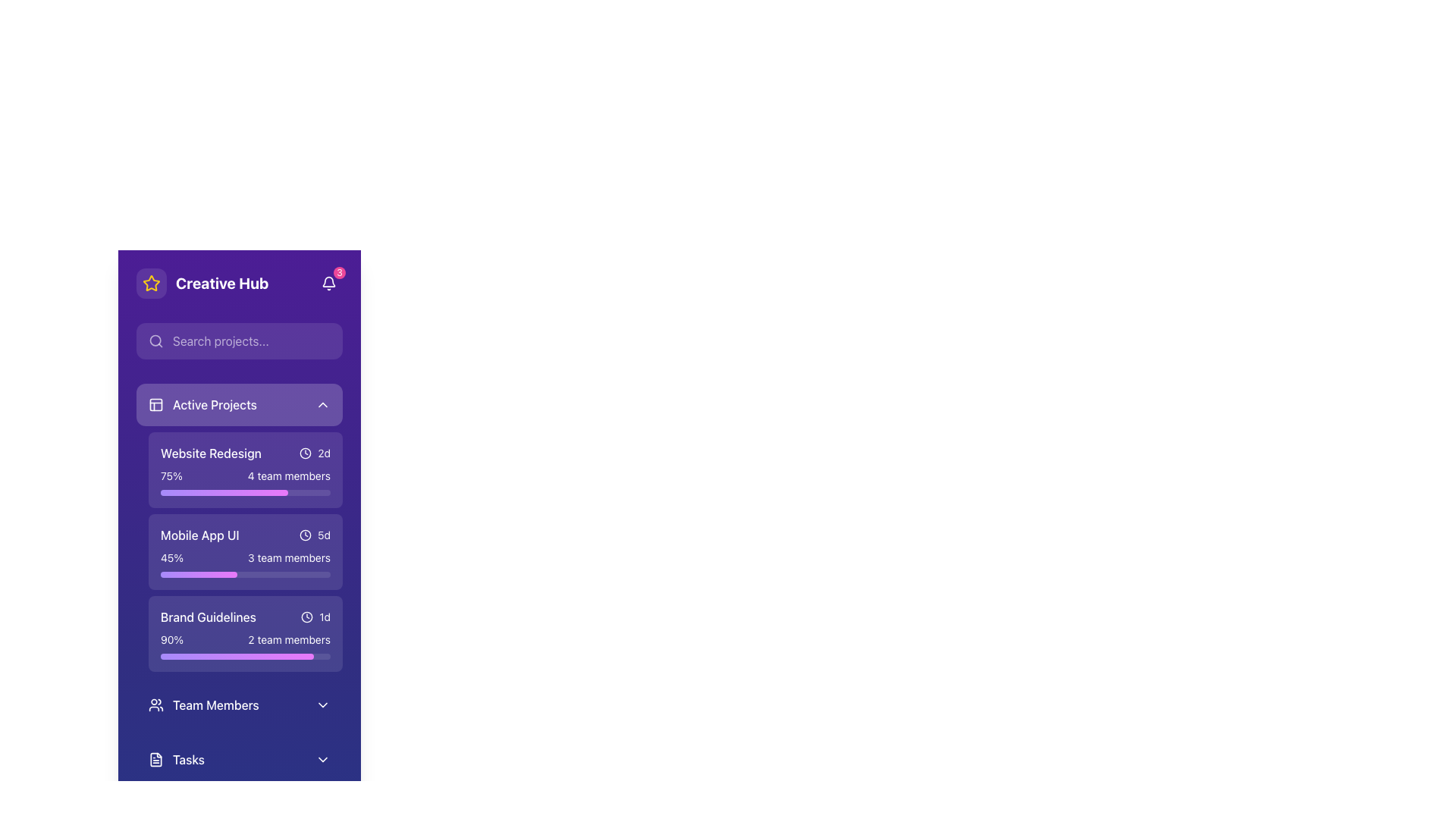 The height and width of the screenshot is (819, 1456). What do you see at coordinates (202, 284) in the screenshot?
I see `the label located in the top-left corner of the interface, which serves as an identifier for the application or section` at bounding box center [202, 284].